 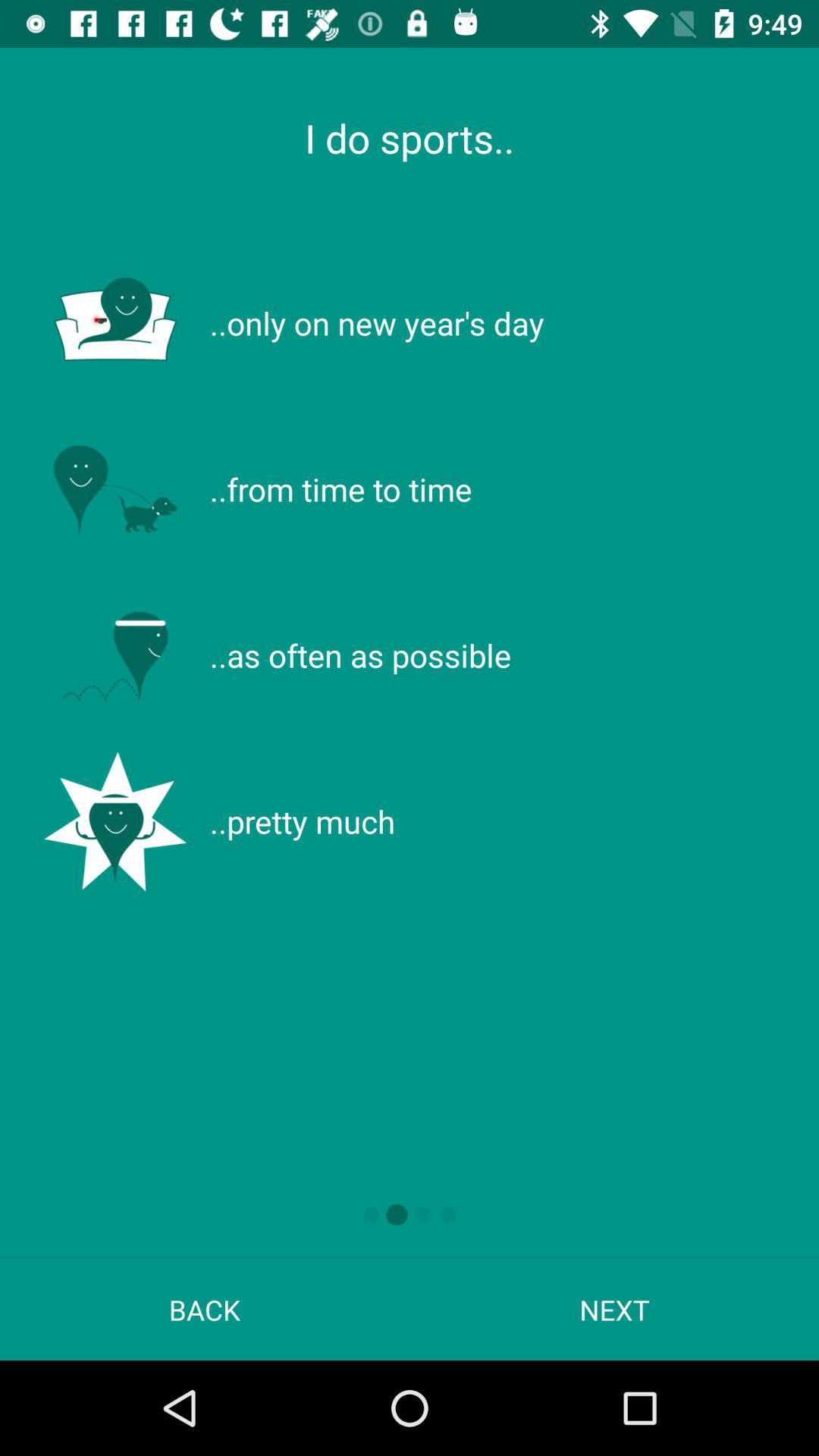 What do you see at coordinates (614, 1309) in the screenshot?
I see `next` at bounding box center [614, 1309].